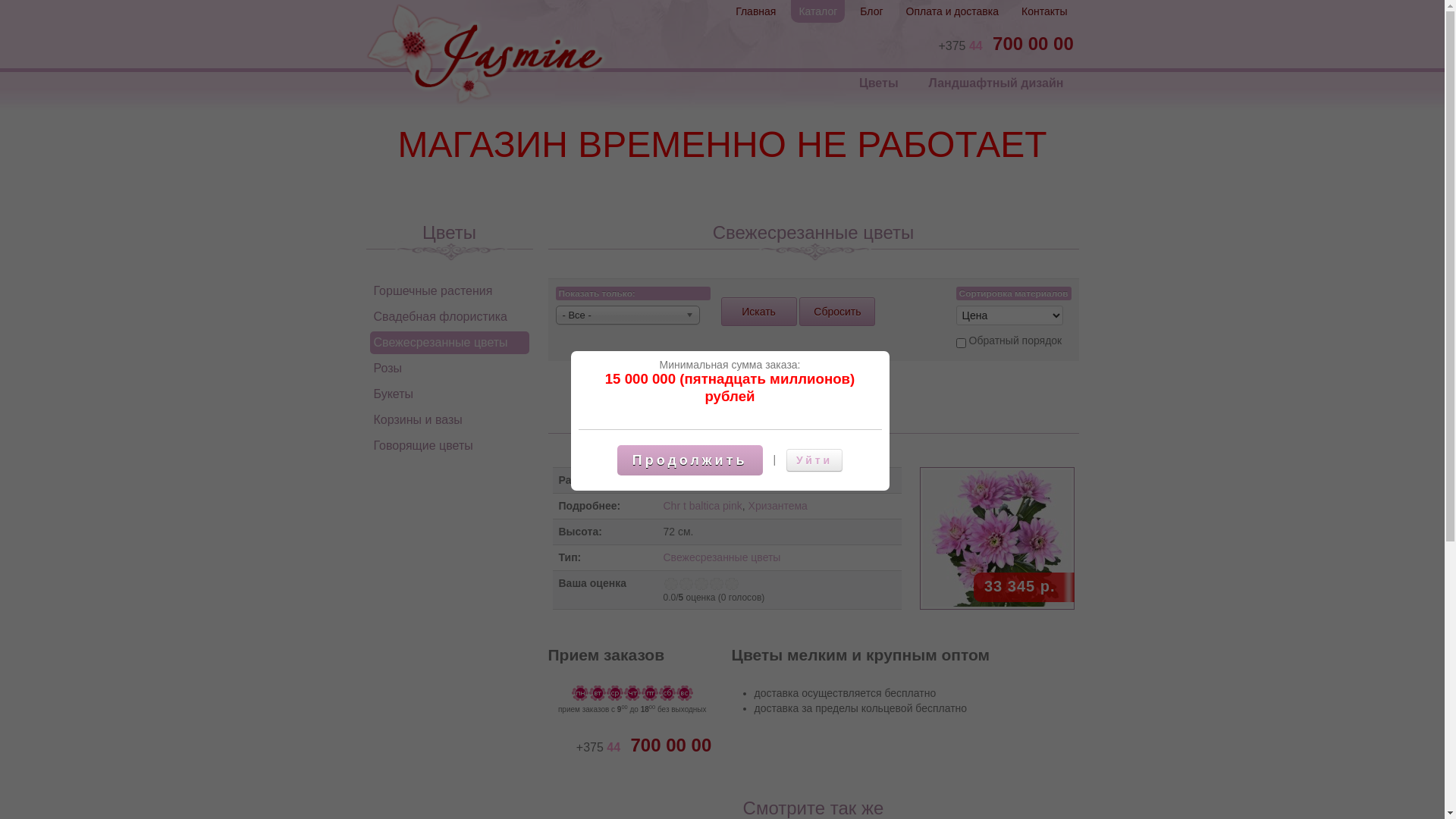  Describe the element at coordinates (996, 537) in the screenshot. I see `'BALTICA PINK'` at that location.